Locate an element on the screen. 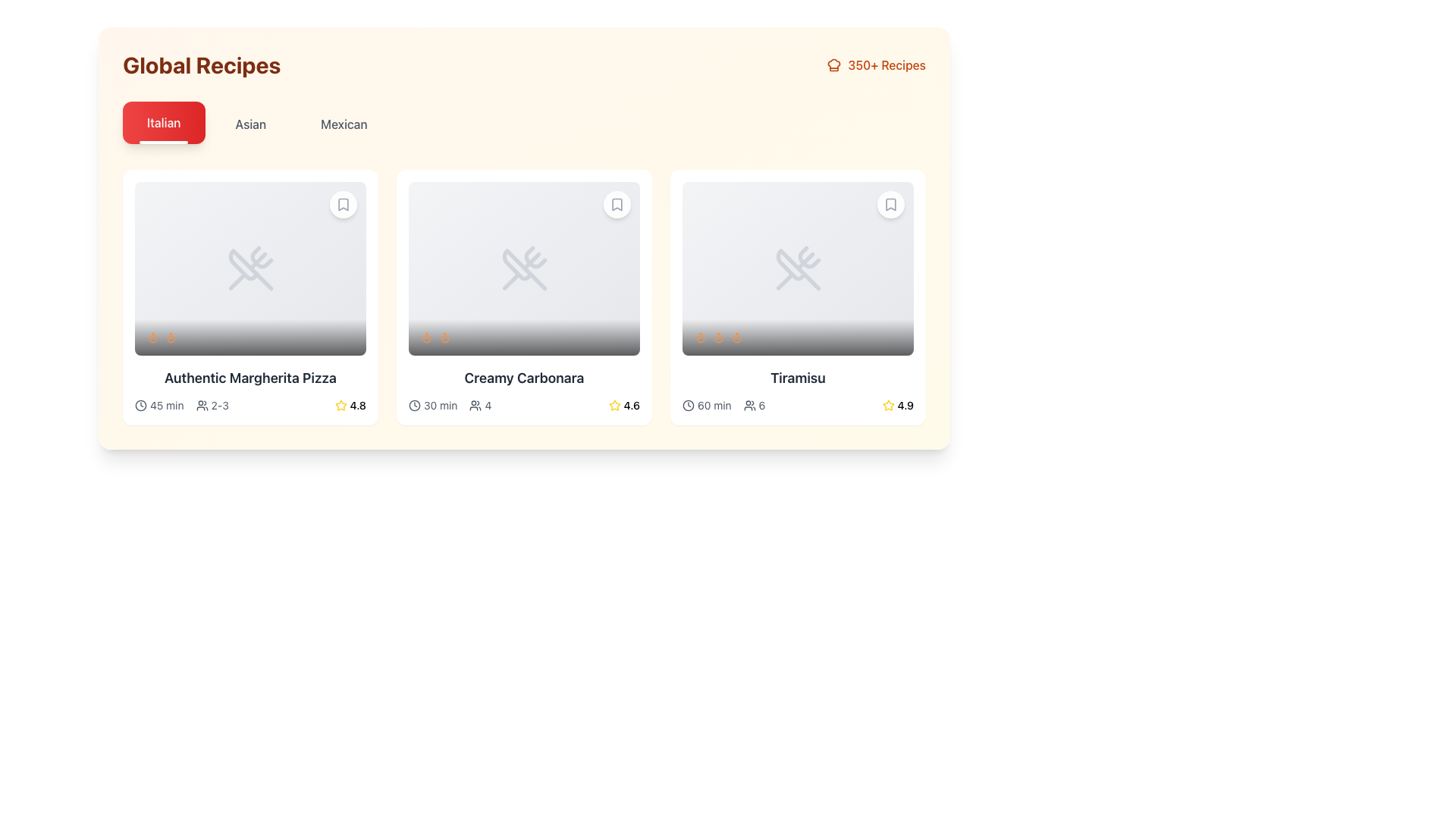 This screenshot has width=1456, height=819. the card titled 'Authentic Margherita Pizza' located under the 'Italian' tab is located at coordinates (250, 297).